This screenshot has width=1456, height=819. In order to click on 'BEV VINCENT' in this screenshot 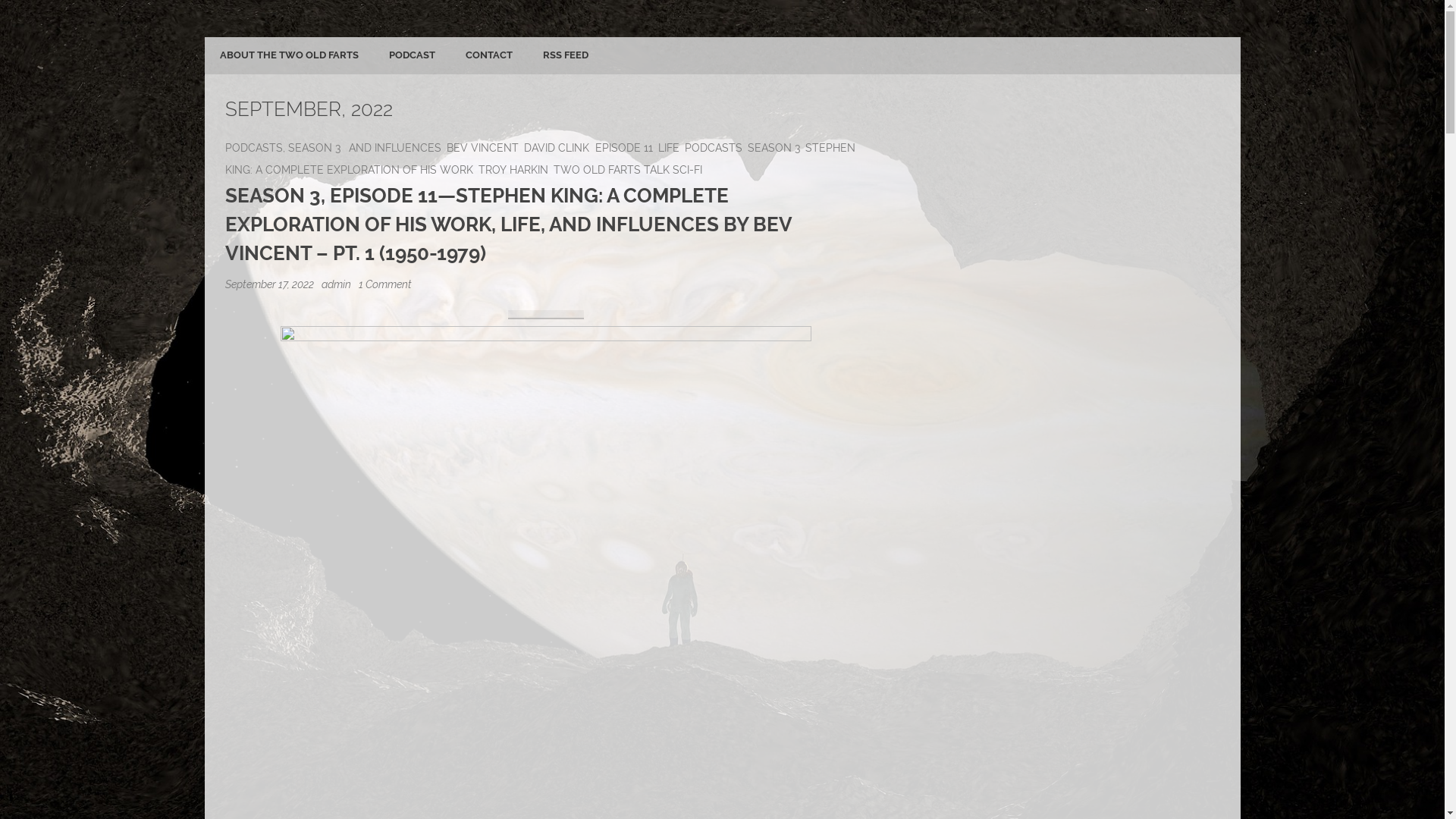, I will do `click(482, 147)`.